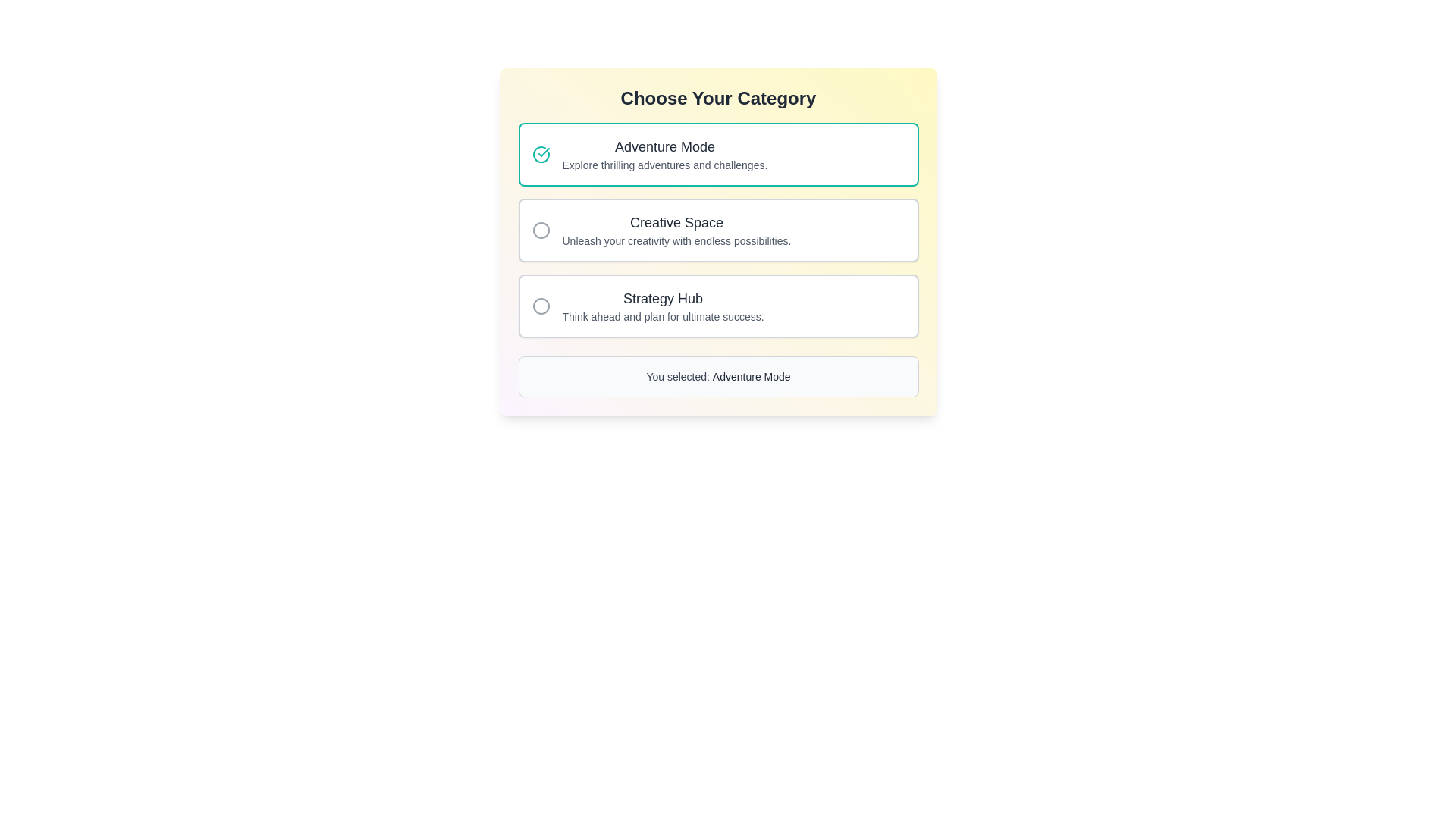 Image resolution: width=1456 pixels, height=819 pixels. What do you see at coordinates (541, 155) in the screenshot?
I see `the circular checkmark icon with a teal outline located to the left of the 'Adventure Mode' text in the top left corner of the first card` at bounding box center [541, 155].